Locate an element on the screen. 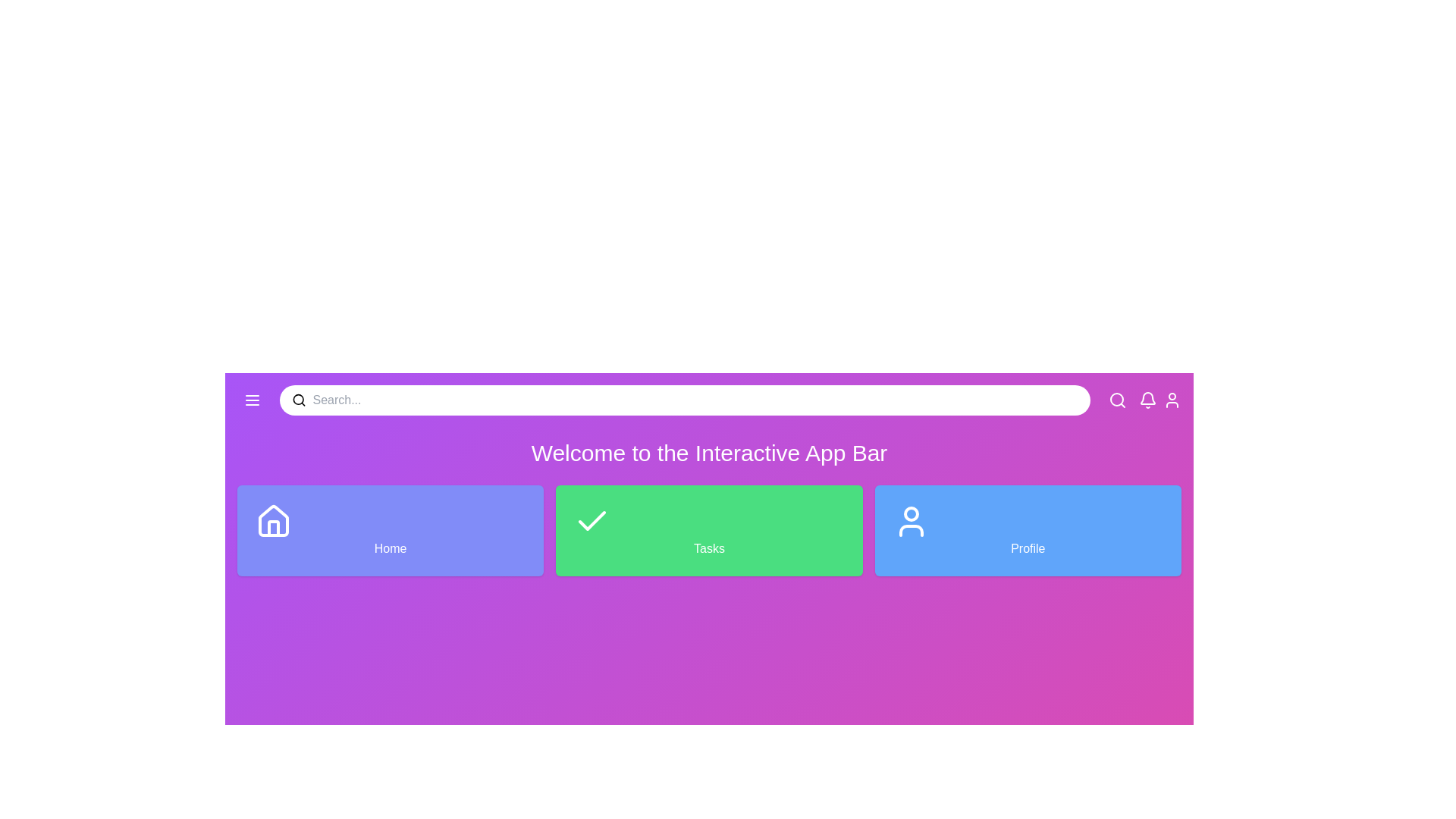 The height and width of the screenshot is (819, 1456). the bell icon to access notification options is located at coordinates (1147, 400).